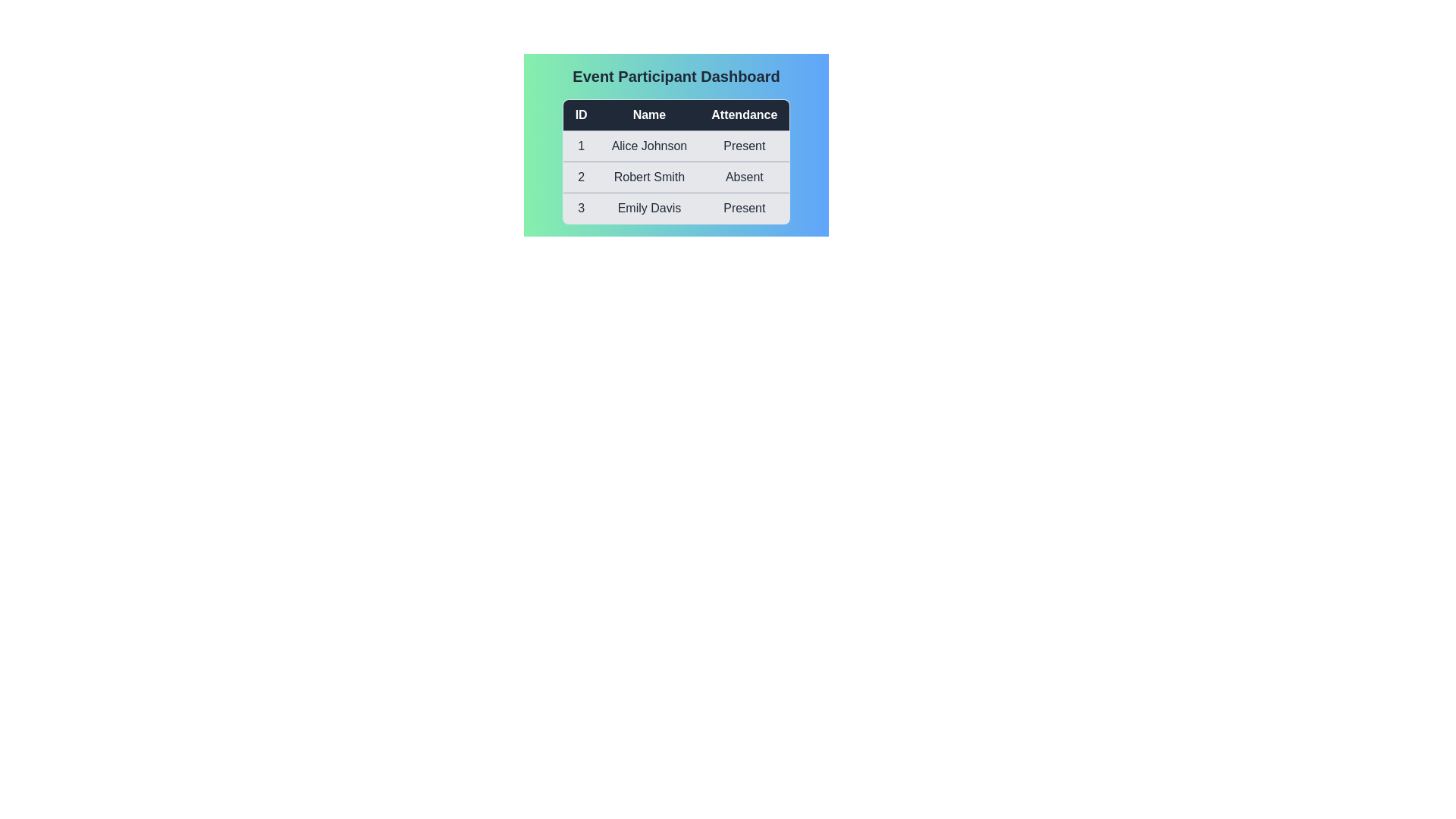  I want to click on the individual participants' names in the Event Participant Dashboard, which features a bolded title and a structured table with participant data, so click(676, 145).